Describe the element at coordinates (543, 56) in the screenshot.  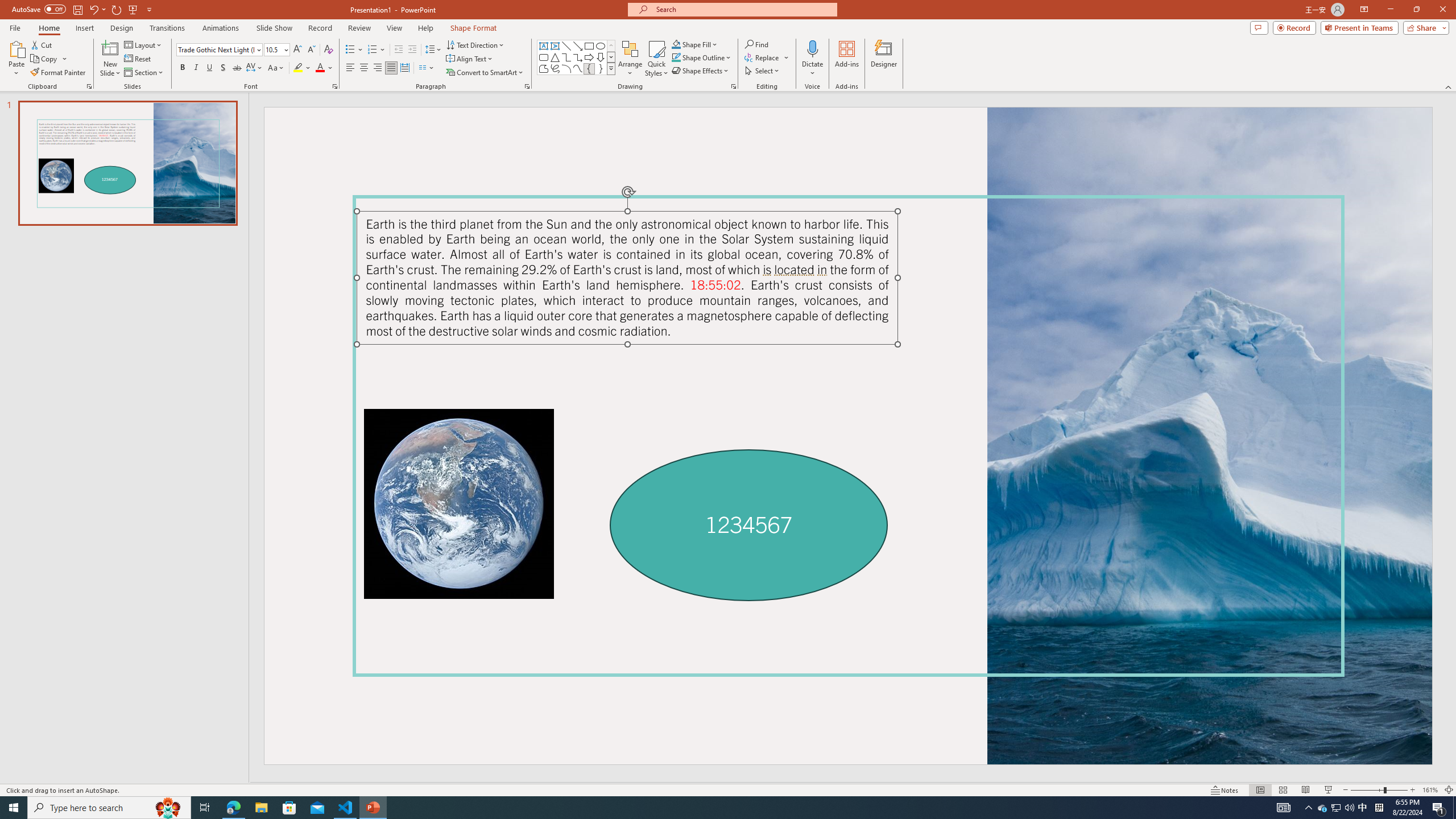
I see `'Rectangle: Rounded Corners'` at that location.